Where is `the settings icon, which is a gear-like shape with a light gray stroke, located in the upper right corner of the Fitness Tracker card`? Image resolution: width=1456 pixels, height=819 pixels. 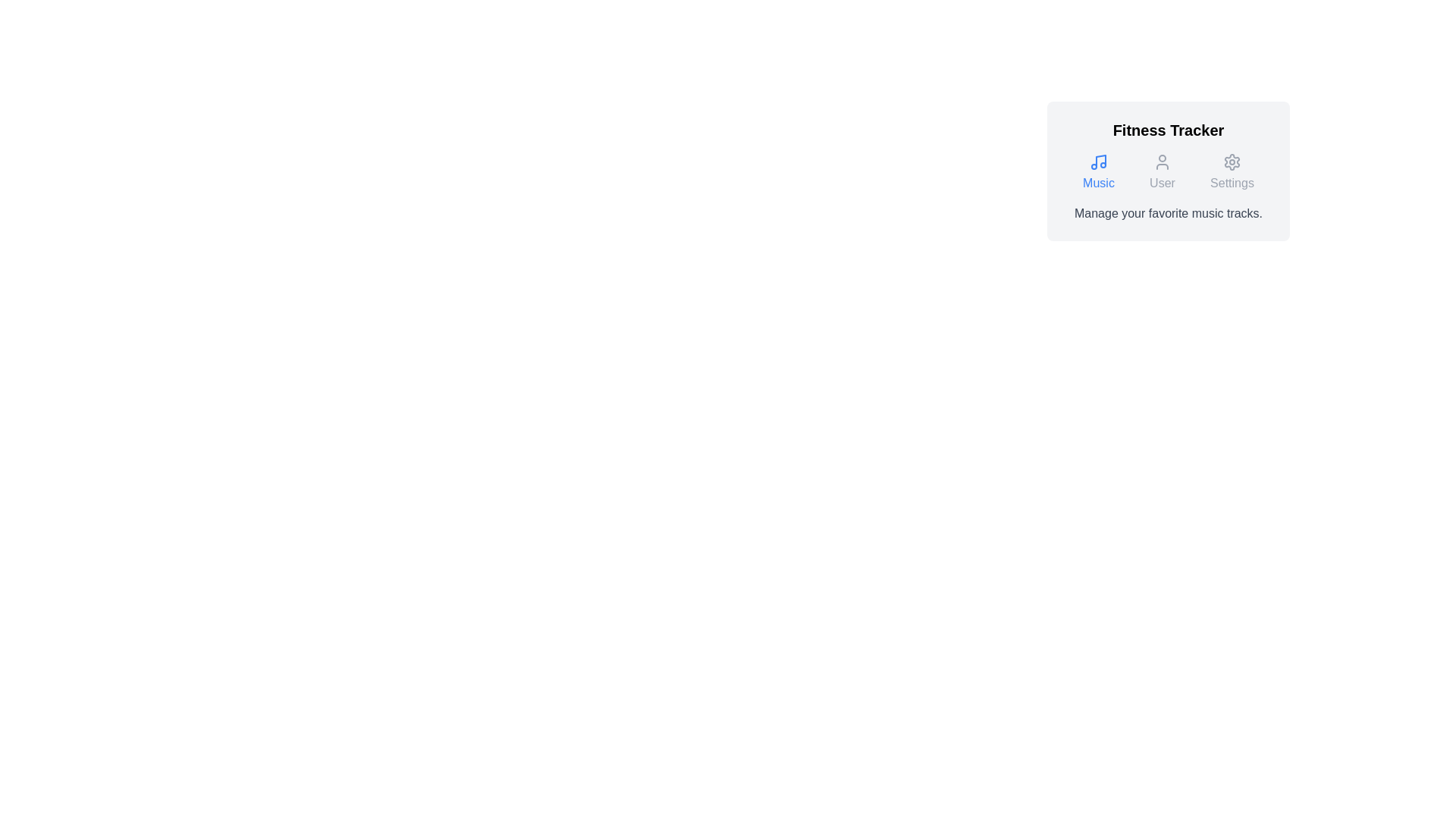
the settings icon, which is a gear-like shape with a light gray stroke, located in the upper right corner of the Fitness Tracker card is located at coordinates (1232, 162).